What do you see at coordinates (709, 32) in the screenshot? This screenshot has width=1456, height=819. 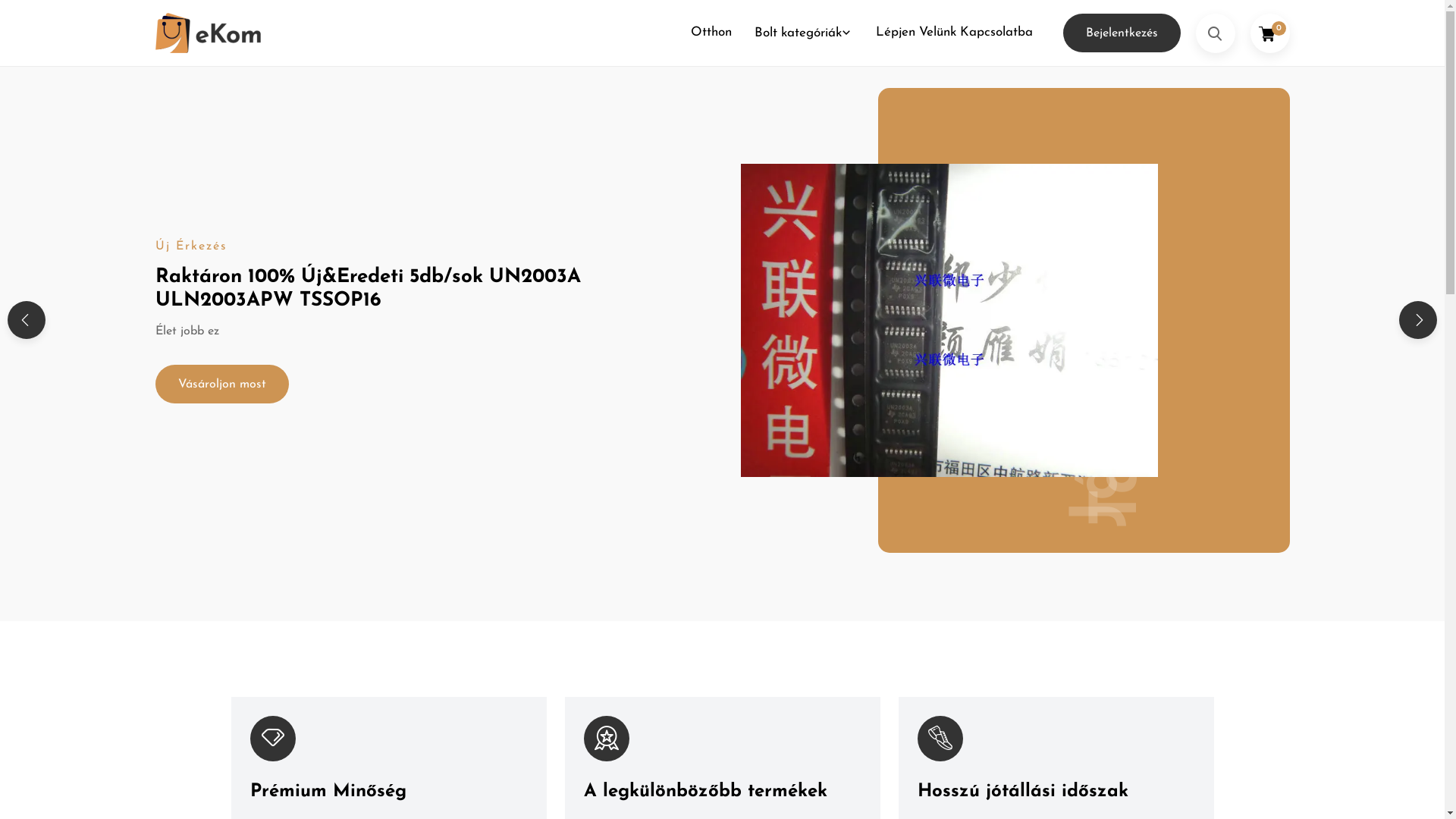 I see `'Otthon'` at bounding box center [709, 32].